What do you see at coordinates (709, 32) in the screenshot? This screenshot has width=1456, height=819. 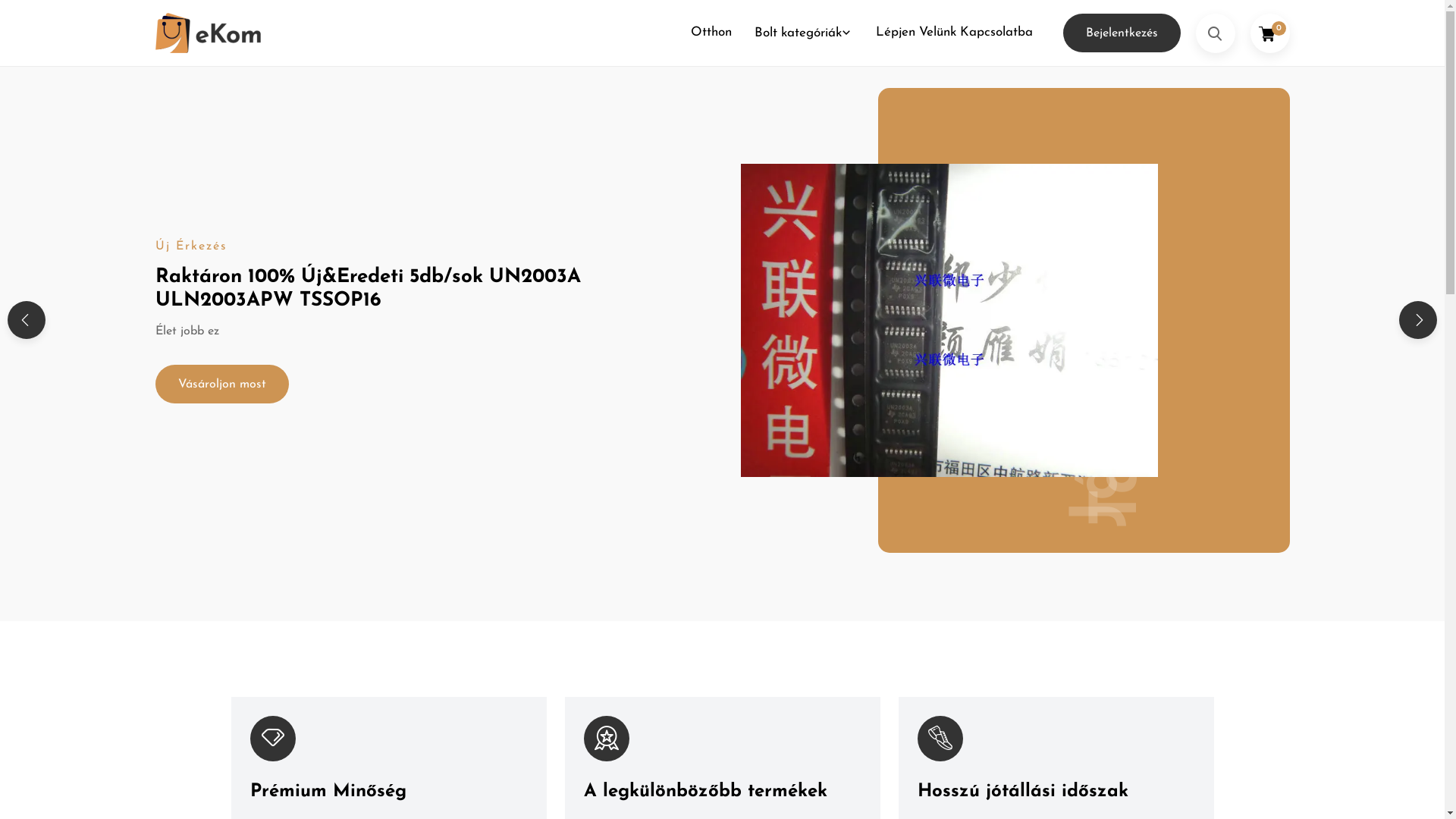 I see `'Otthon'` at bounding box center [709, 32].